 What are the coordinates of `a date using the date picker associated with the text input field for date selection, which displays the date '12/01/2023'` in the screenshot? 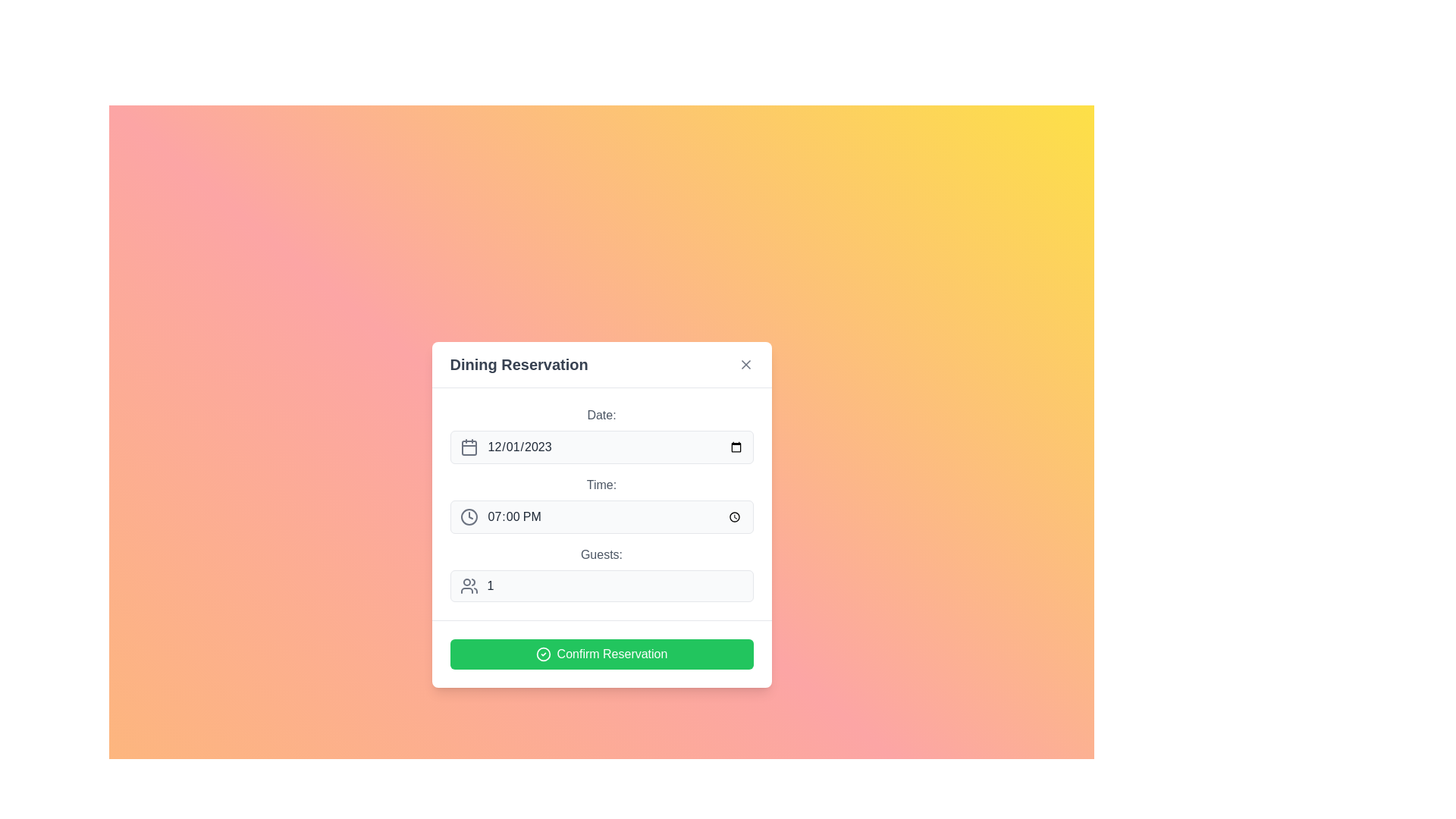 It's located at (615, 447).